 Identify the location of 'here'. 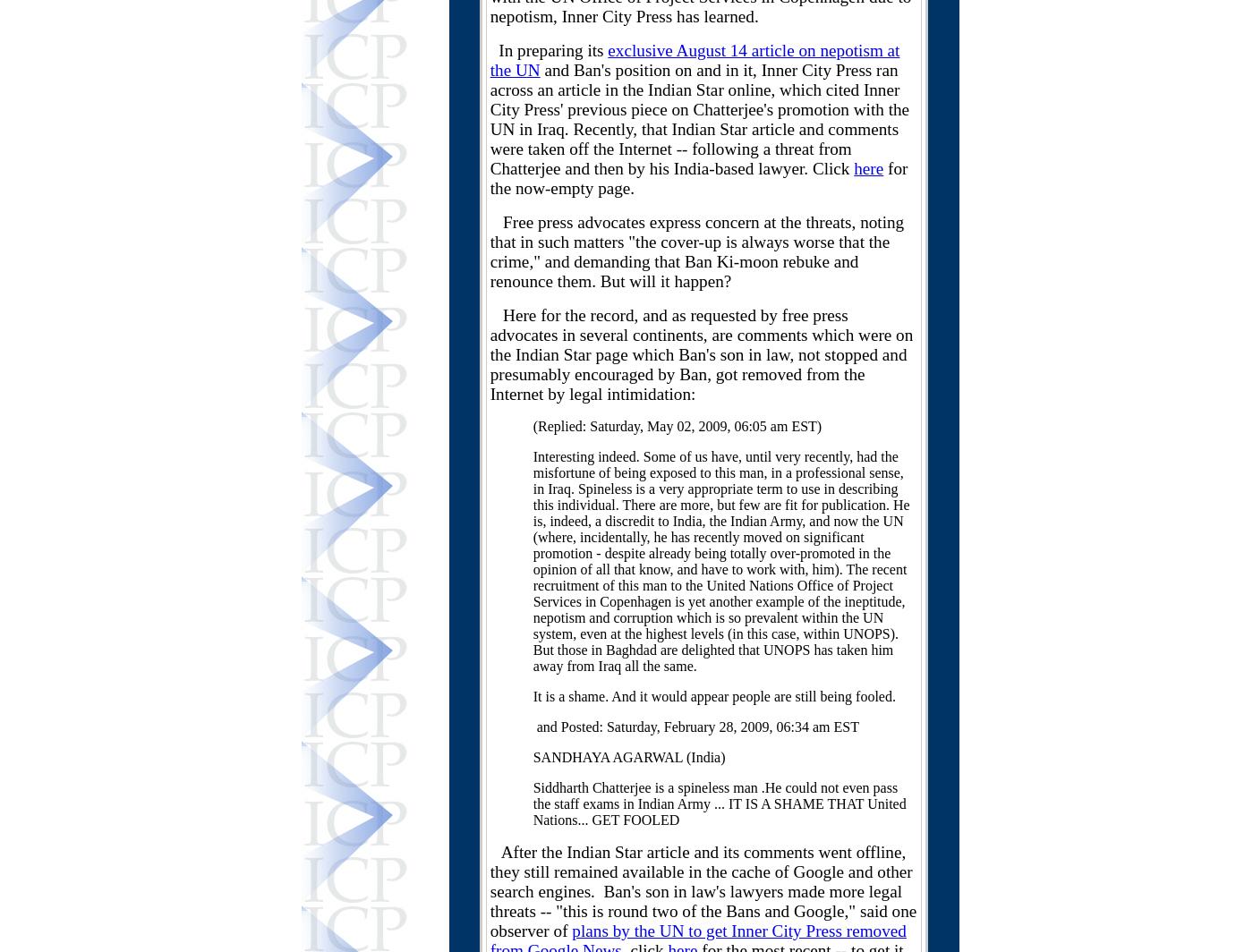
(868, 168).